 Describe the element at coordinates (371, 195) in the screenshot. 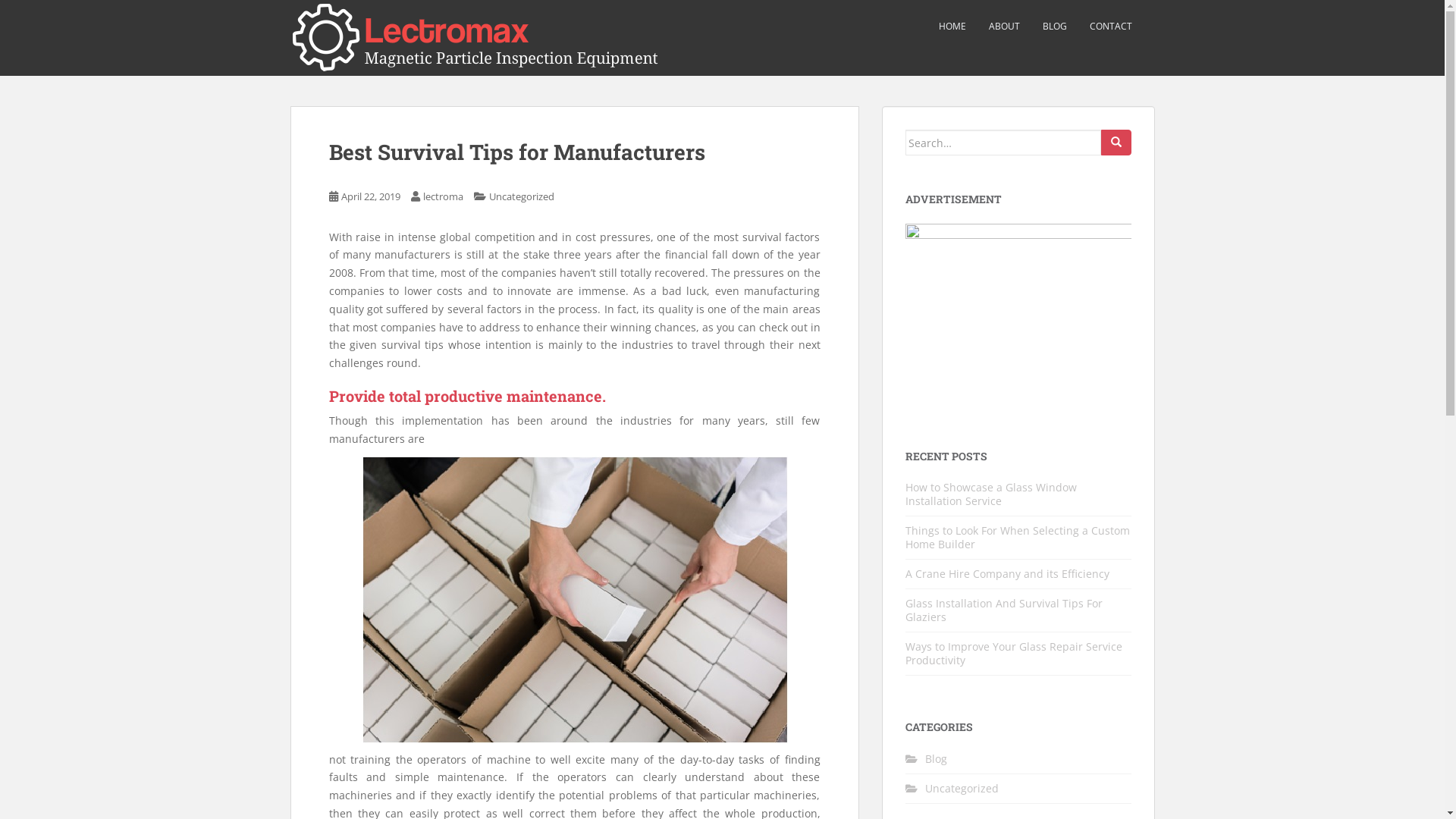

I see `'April 22, 2019'` at that location.